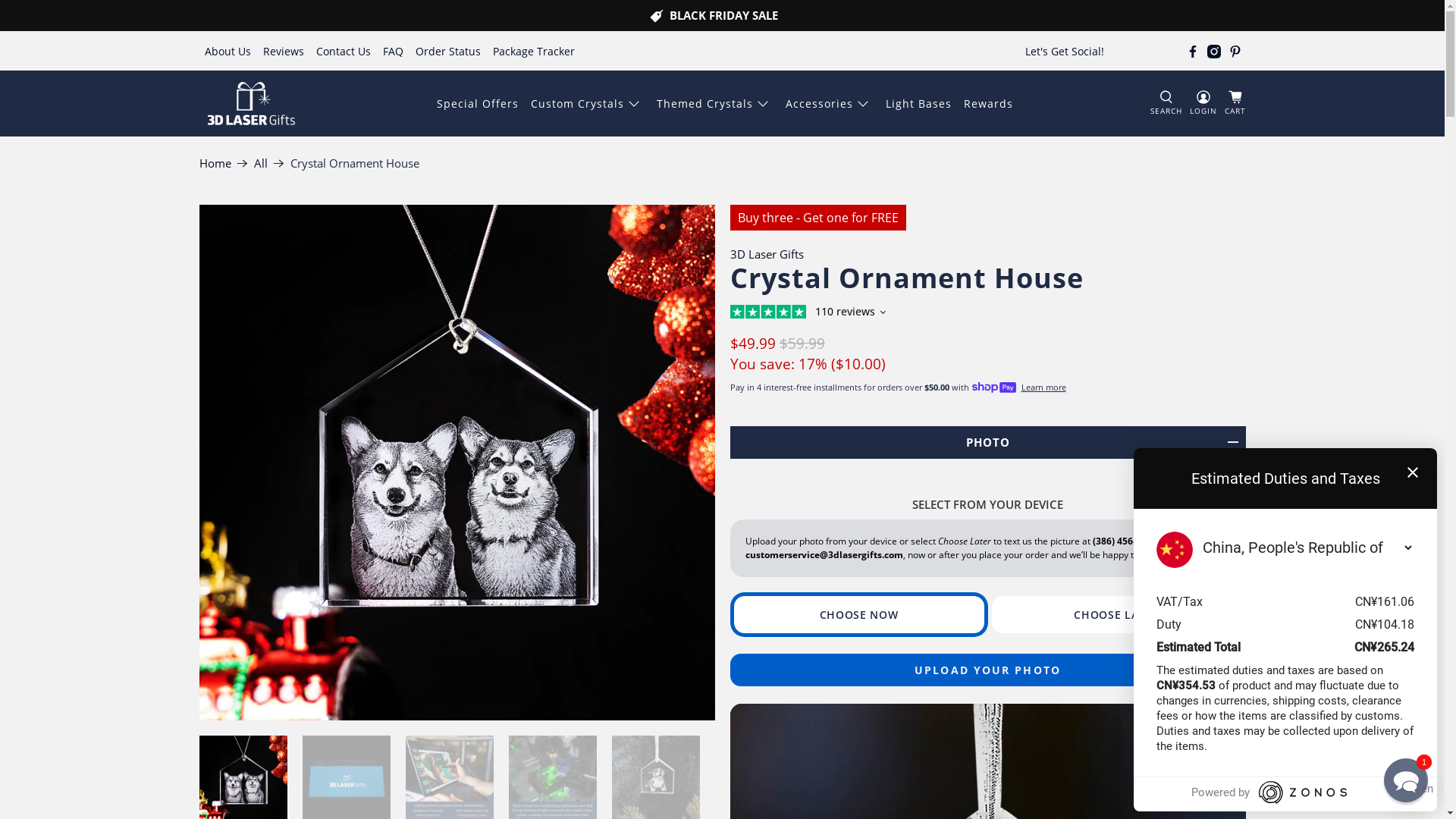 This screenshot has height=819, width=1456. Describe the element at coordinates (1235, 51) in the screenshot. I see `'3D Laser Gifts on Pinterest'` at that location.